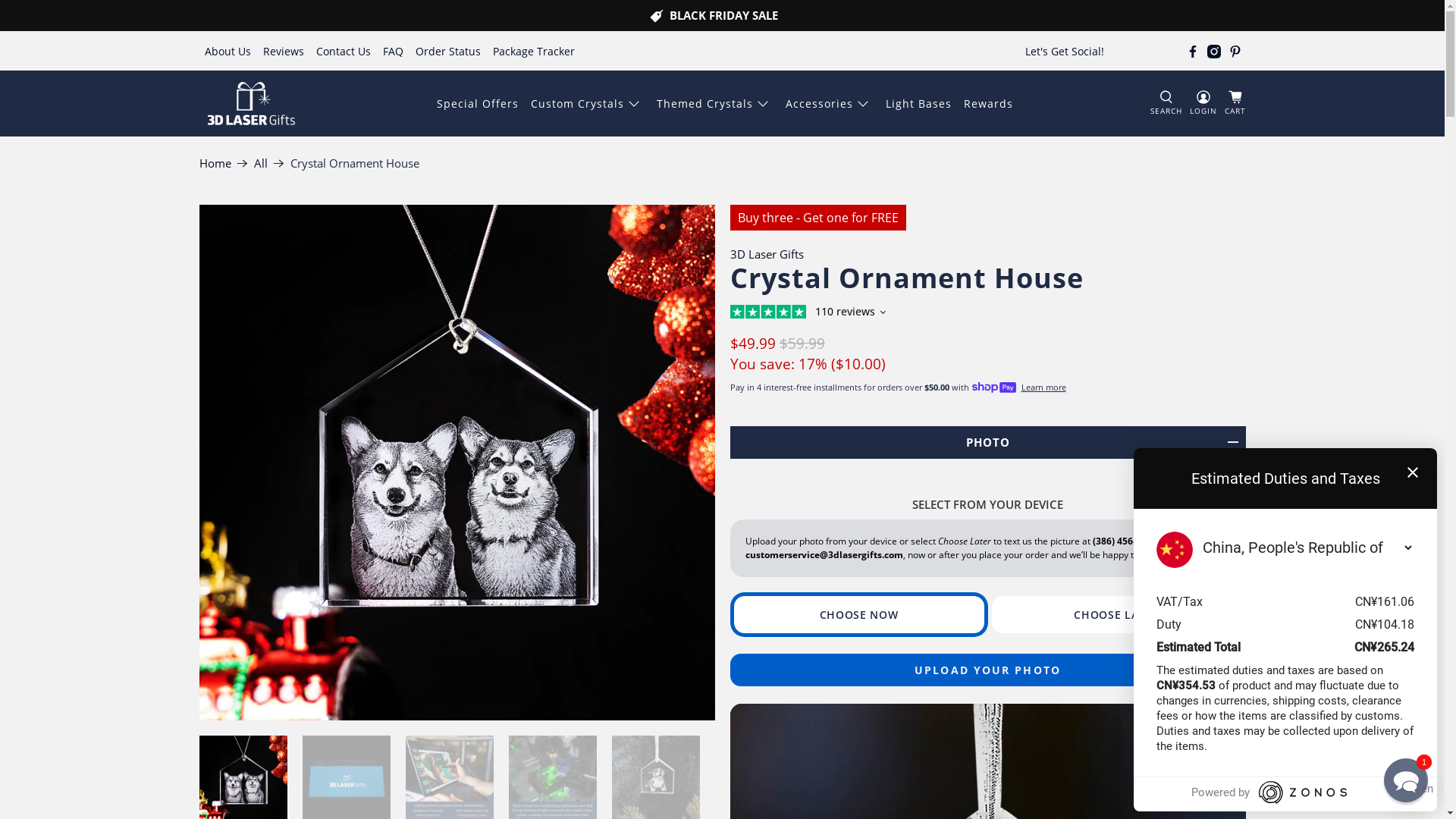 This screenshot has height=819, width=1456. Describe the element at coordinates (1235, 51) in the screenshot. I see `'3D Laser Gifts on Pinterest'` at that location.